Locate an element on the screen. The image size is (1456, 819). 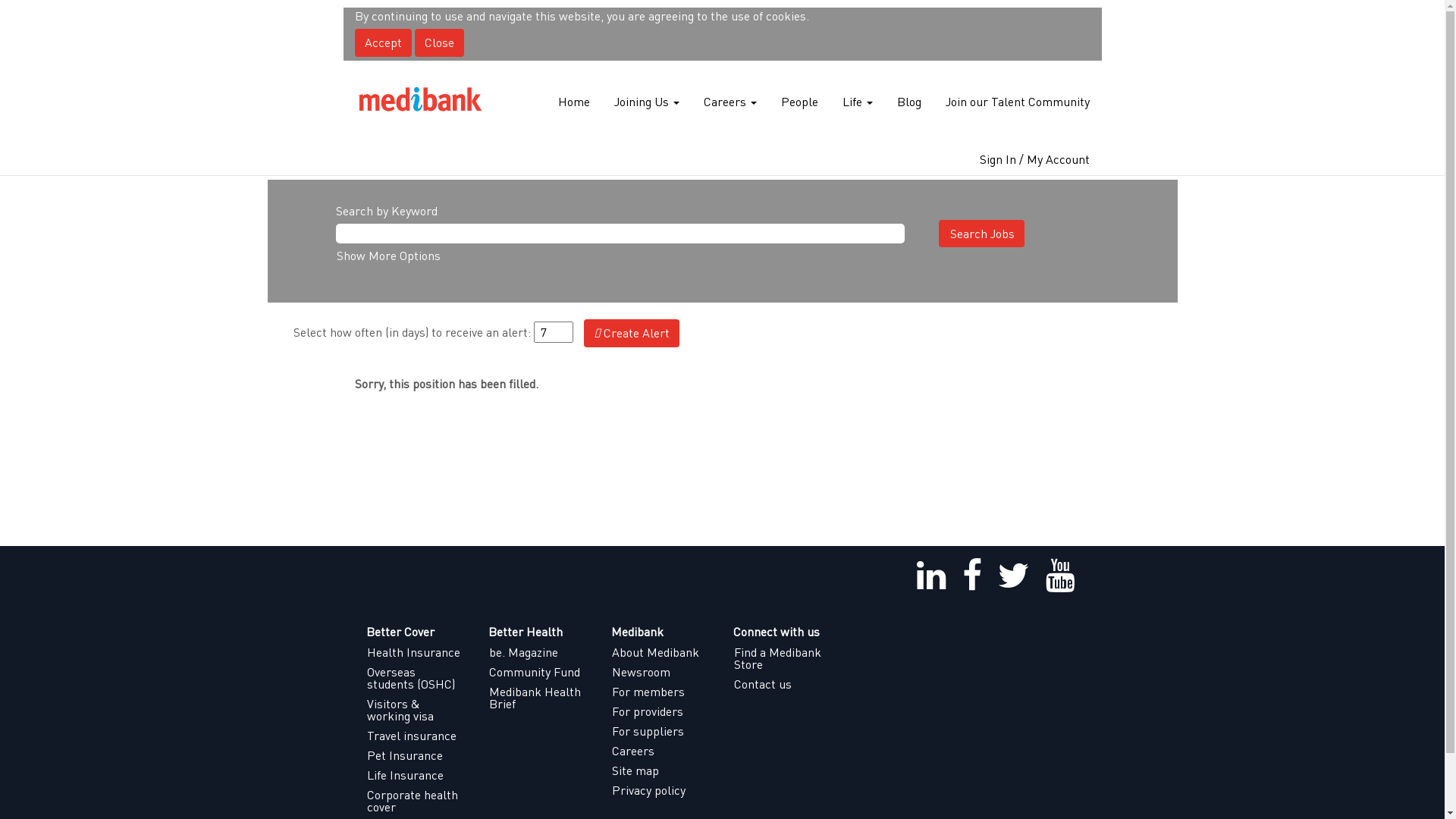
'For providers' is located at coordinates (661, 711).